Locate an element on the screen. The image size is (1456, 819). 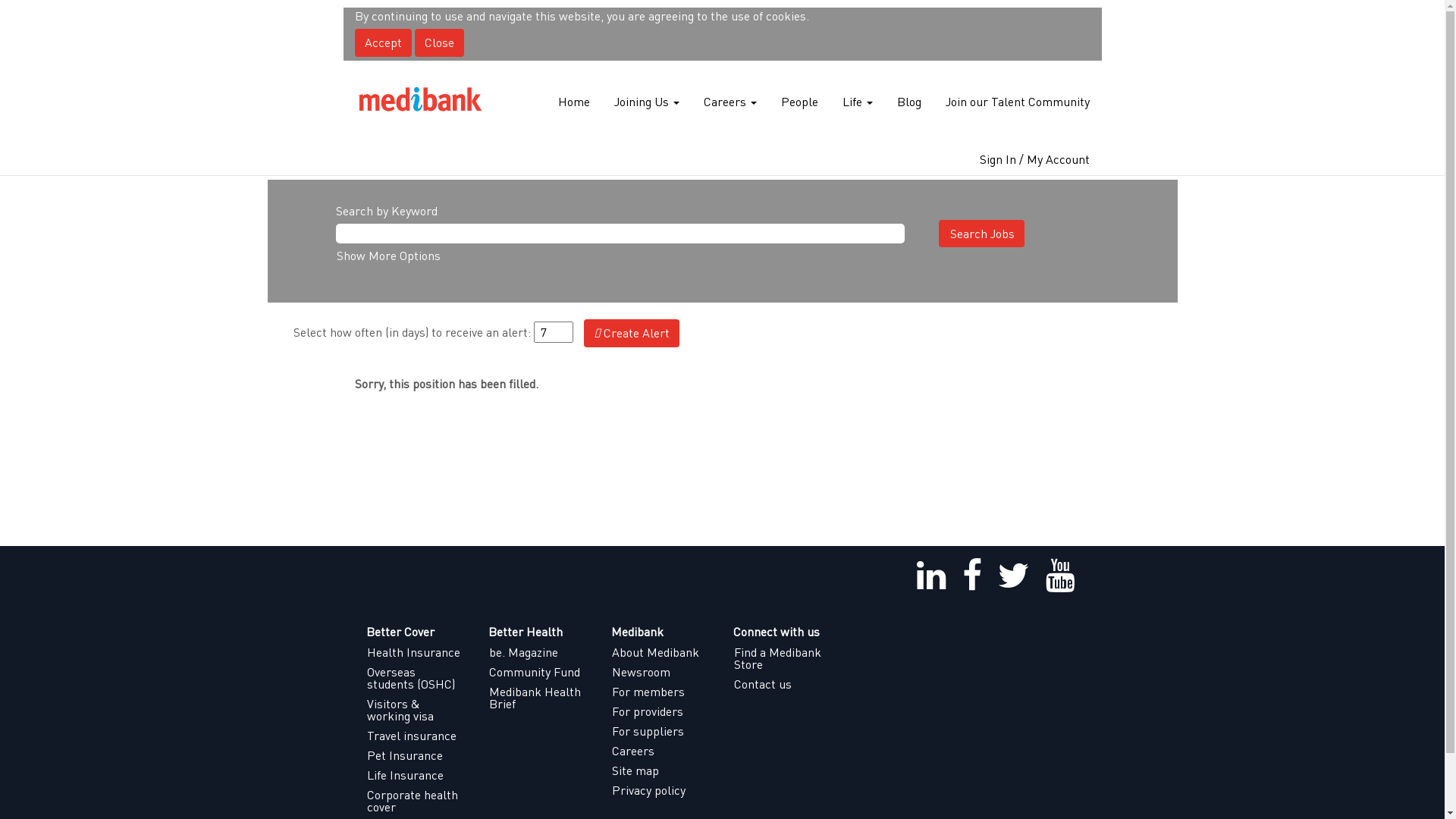
'For providers' is located at coordinates (661, 711).